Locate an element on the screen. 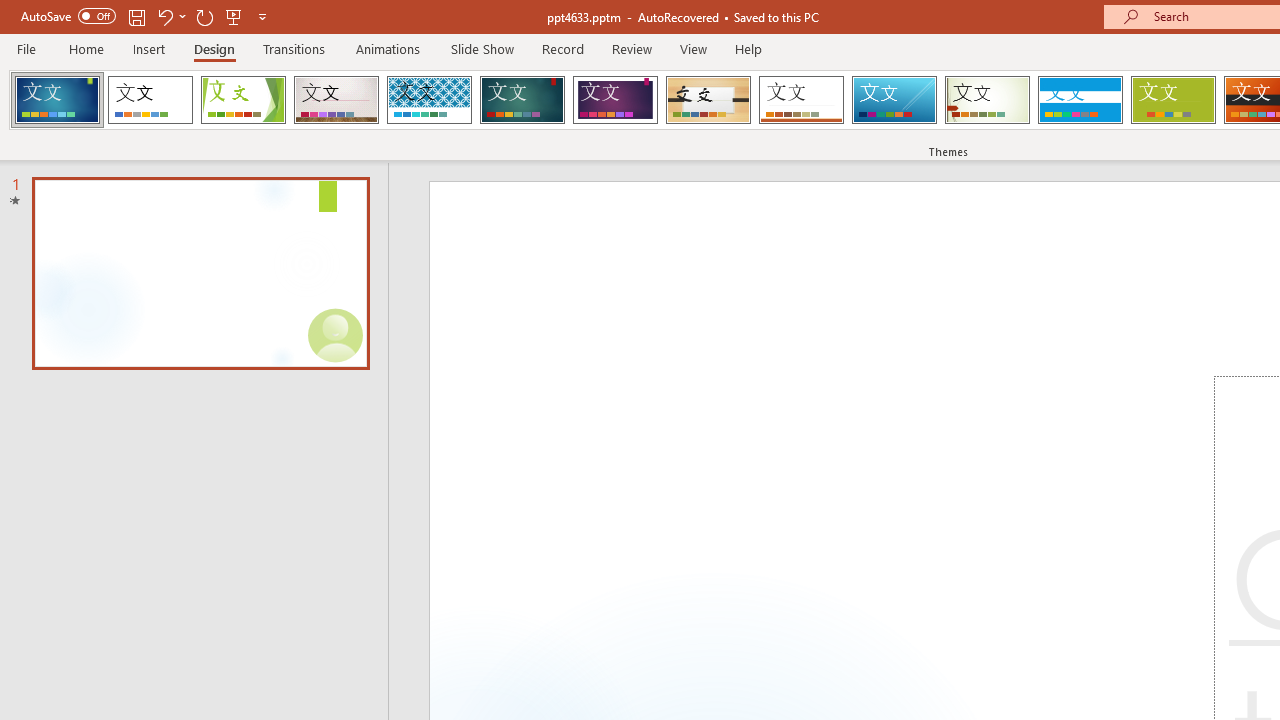 Image resolution: width=1280 pixels, height=720 pixels. 'Animations' is located at coordinates (388, 48).